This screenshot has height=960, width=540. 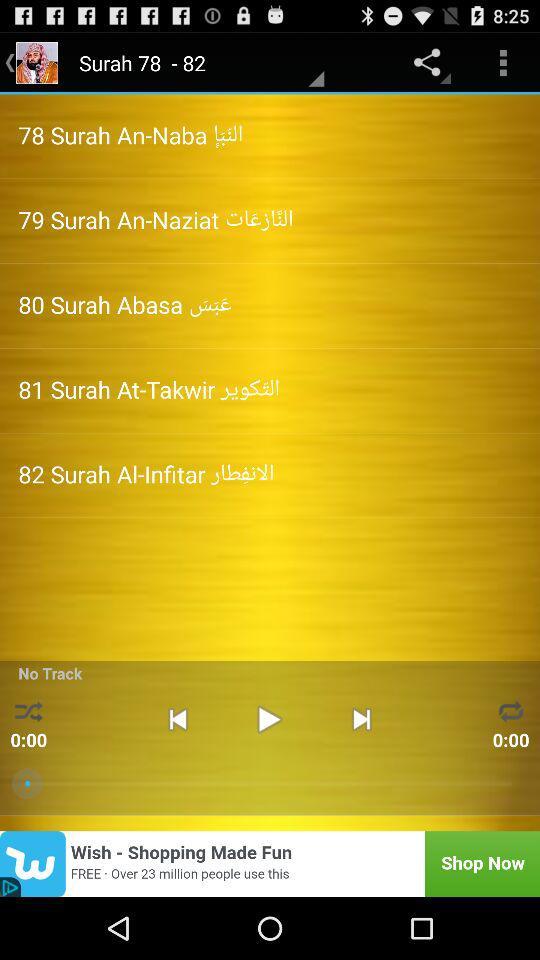 I want to click on the play icon, so click(x=269, y=768).